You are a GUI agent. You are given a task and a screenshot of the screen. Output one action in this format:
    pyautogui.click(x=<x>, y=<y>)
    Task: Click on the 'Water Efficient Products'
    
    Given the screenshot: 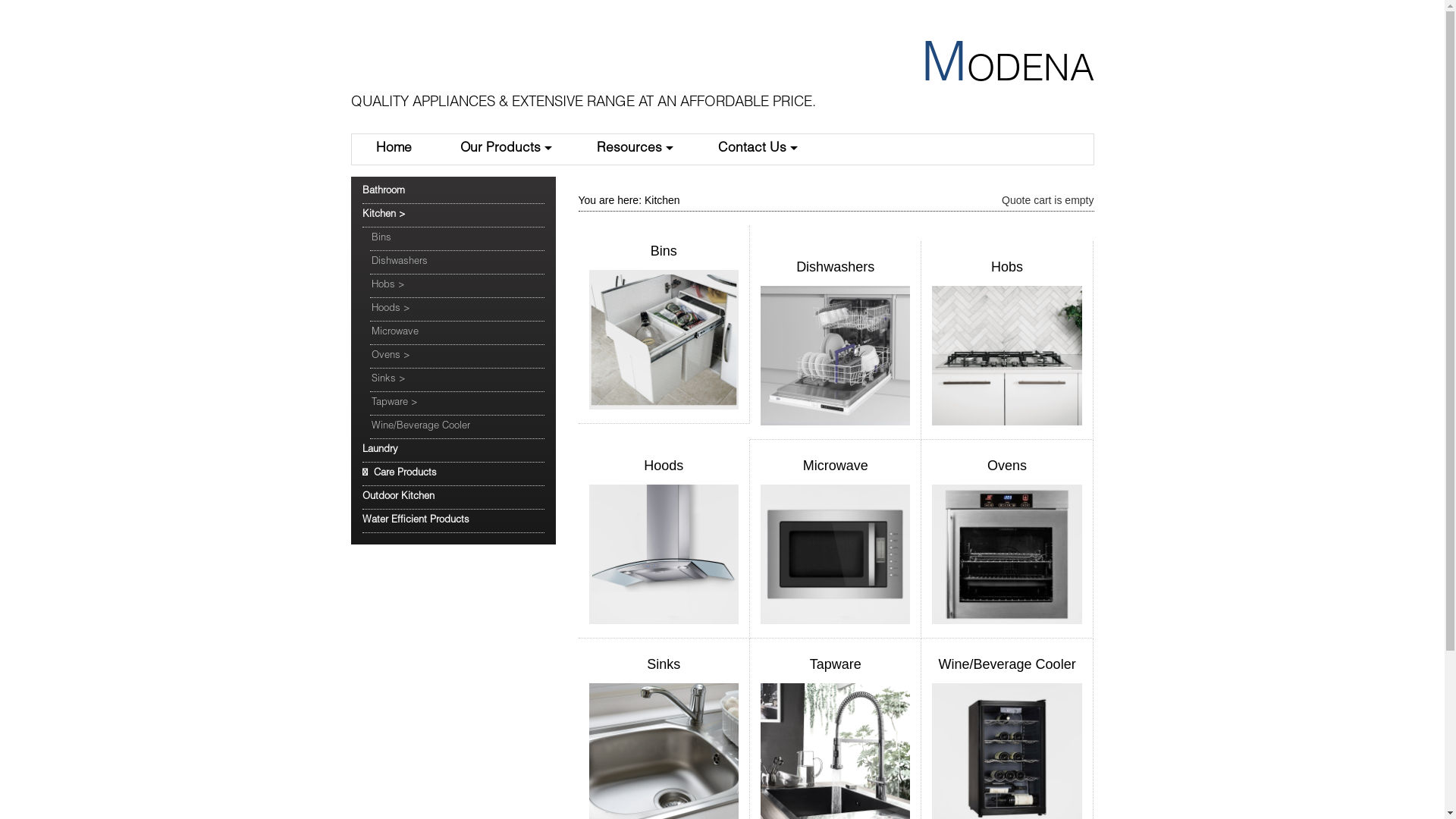 What is the action you would take?
    pyautogui.click(x=453, y=520)
    